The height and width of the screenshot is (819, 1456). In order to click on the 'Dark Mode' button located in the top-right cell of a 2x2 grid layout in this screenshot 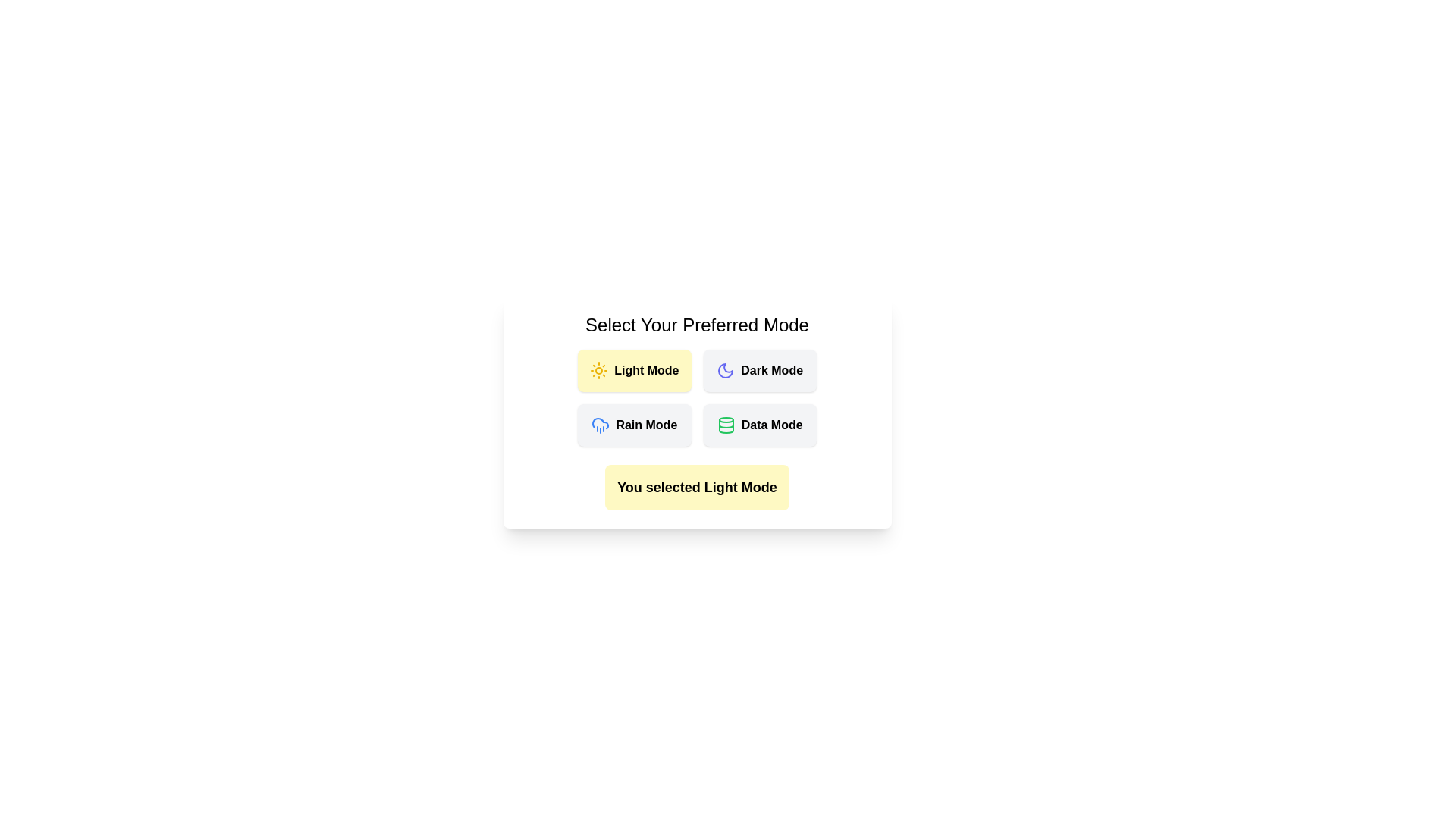, I will do `click(760, 371)`.